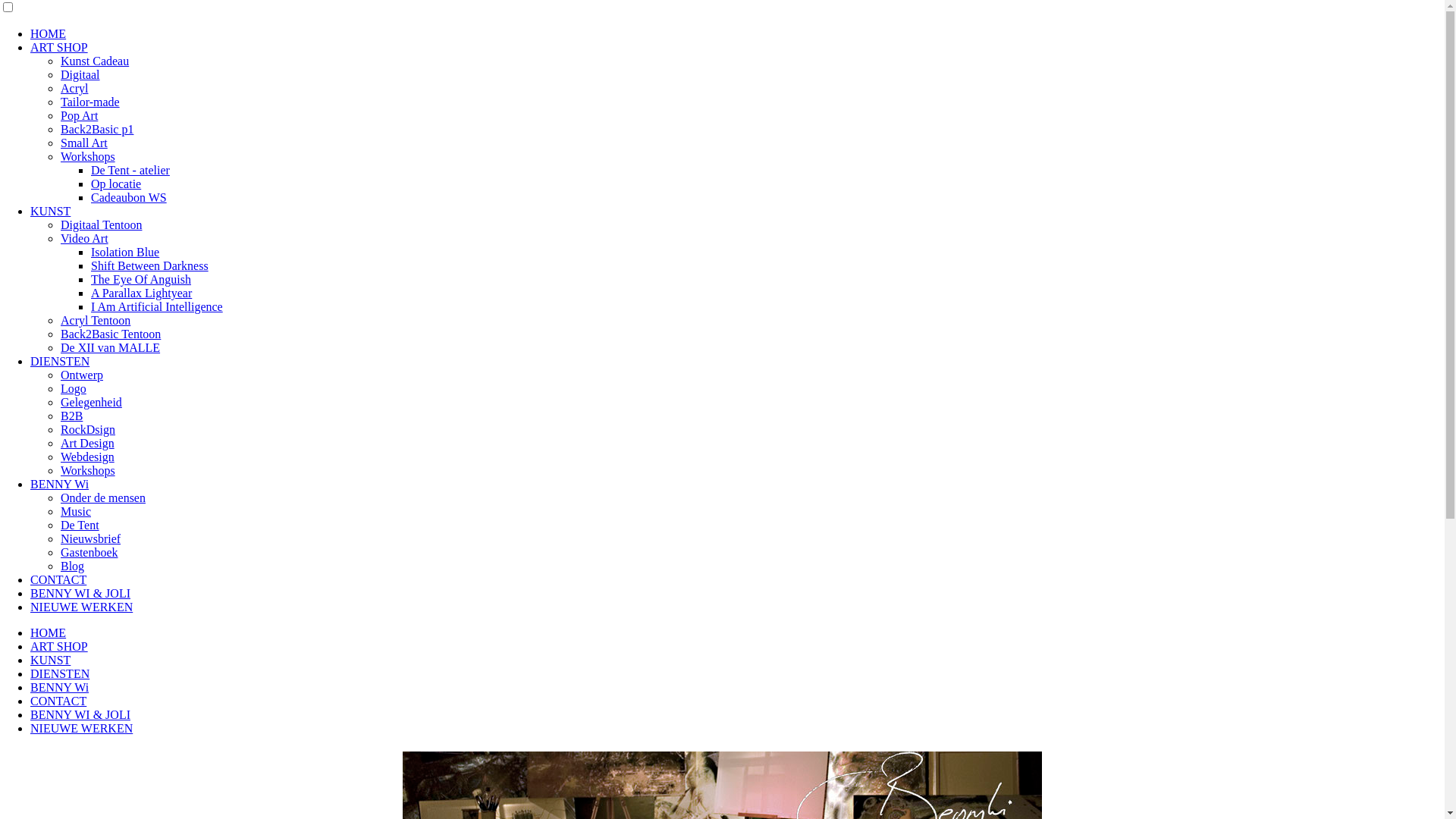  Describe the element at coordinates (102, 497) in the screenshot. I see `'Onder de mensen'` at that location.